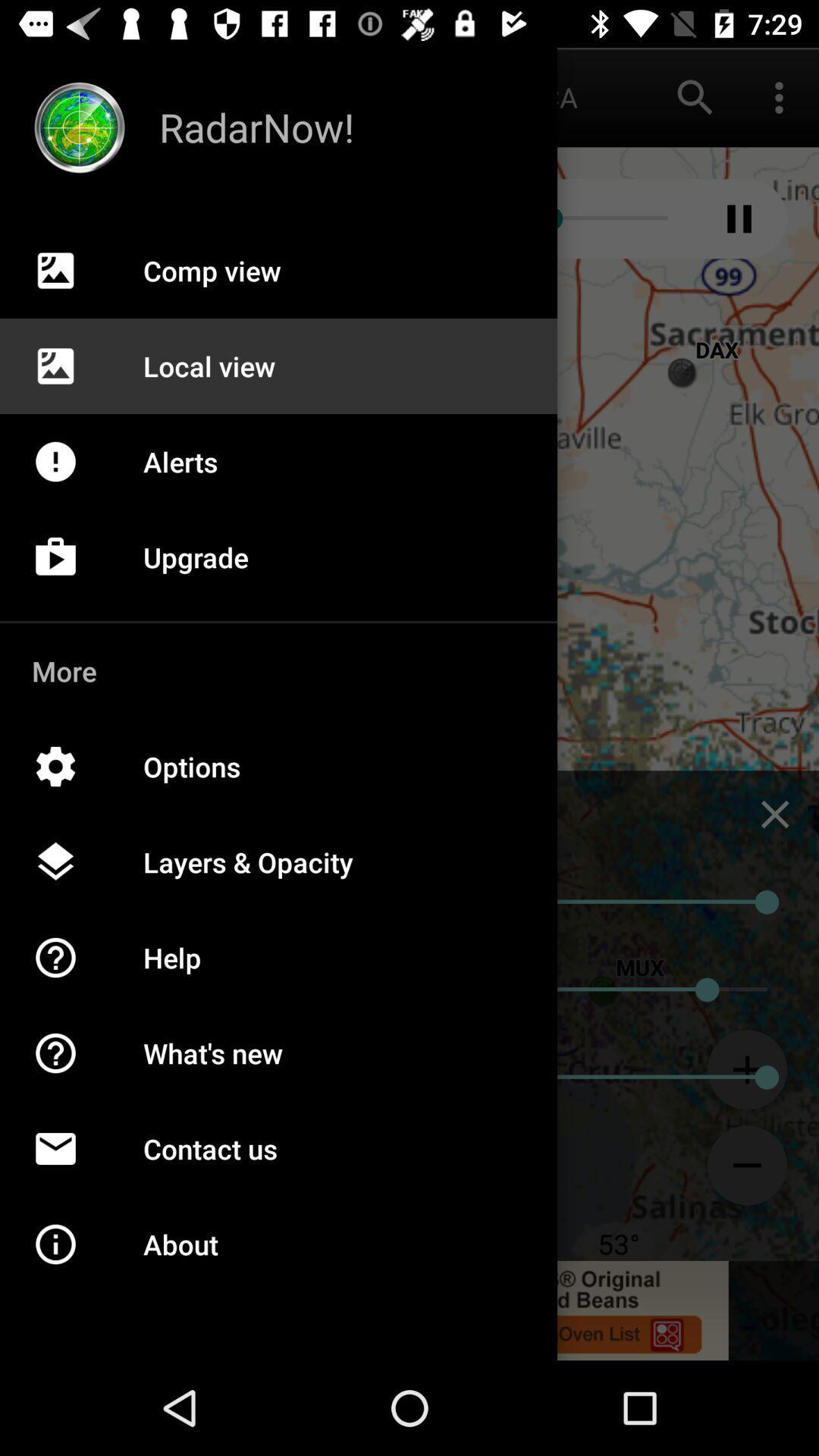 This screenshot has height=1456, width=819. Describe the element at coordinates (775, 814) in the screenshot. I see `the close icon` at that location.